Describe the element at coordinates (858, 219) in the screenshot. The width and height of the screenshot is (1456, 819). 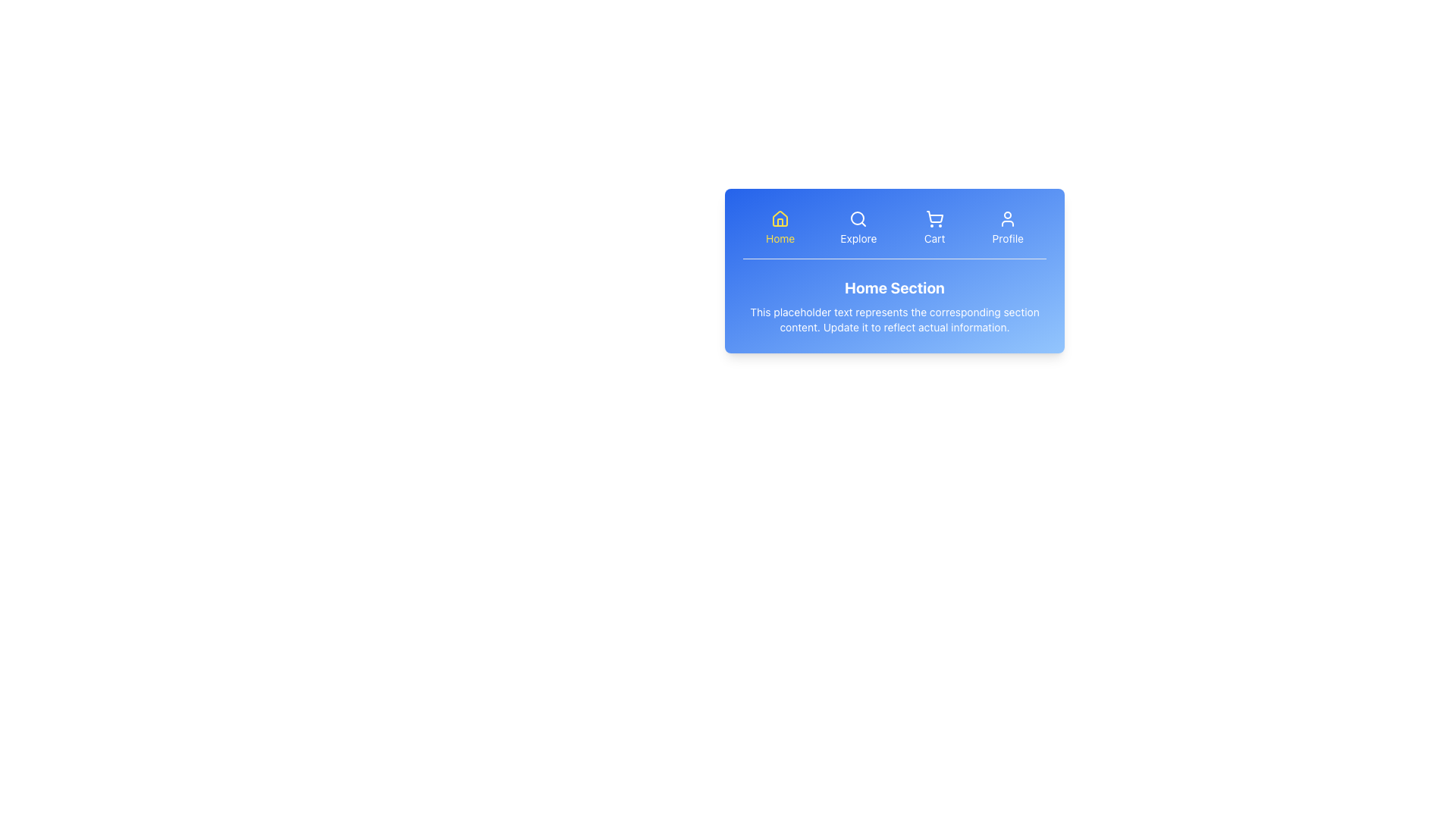
I see `the search button with a circular magnifying glass outline and 'Explore' text beneath it` at that location.